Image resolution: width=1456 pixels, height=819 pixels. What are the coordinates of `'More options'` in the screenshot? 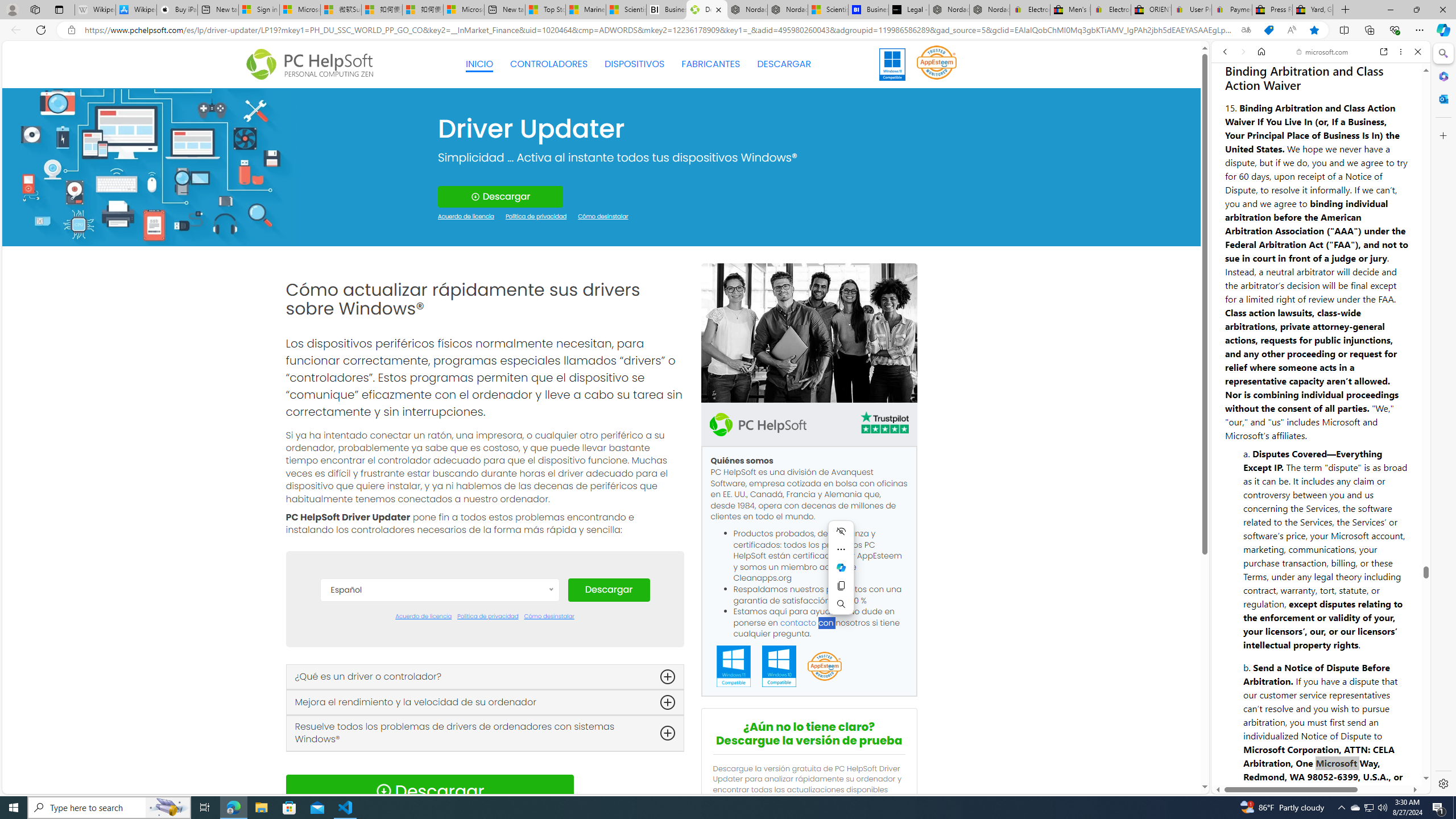 It's located at (1401, 51).